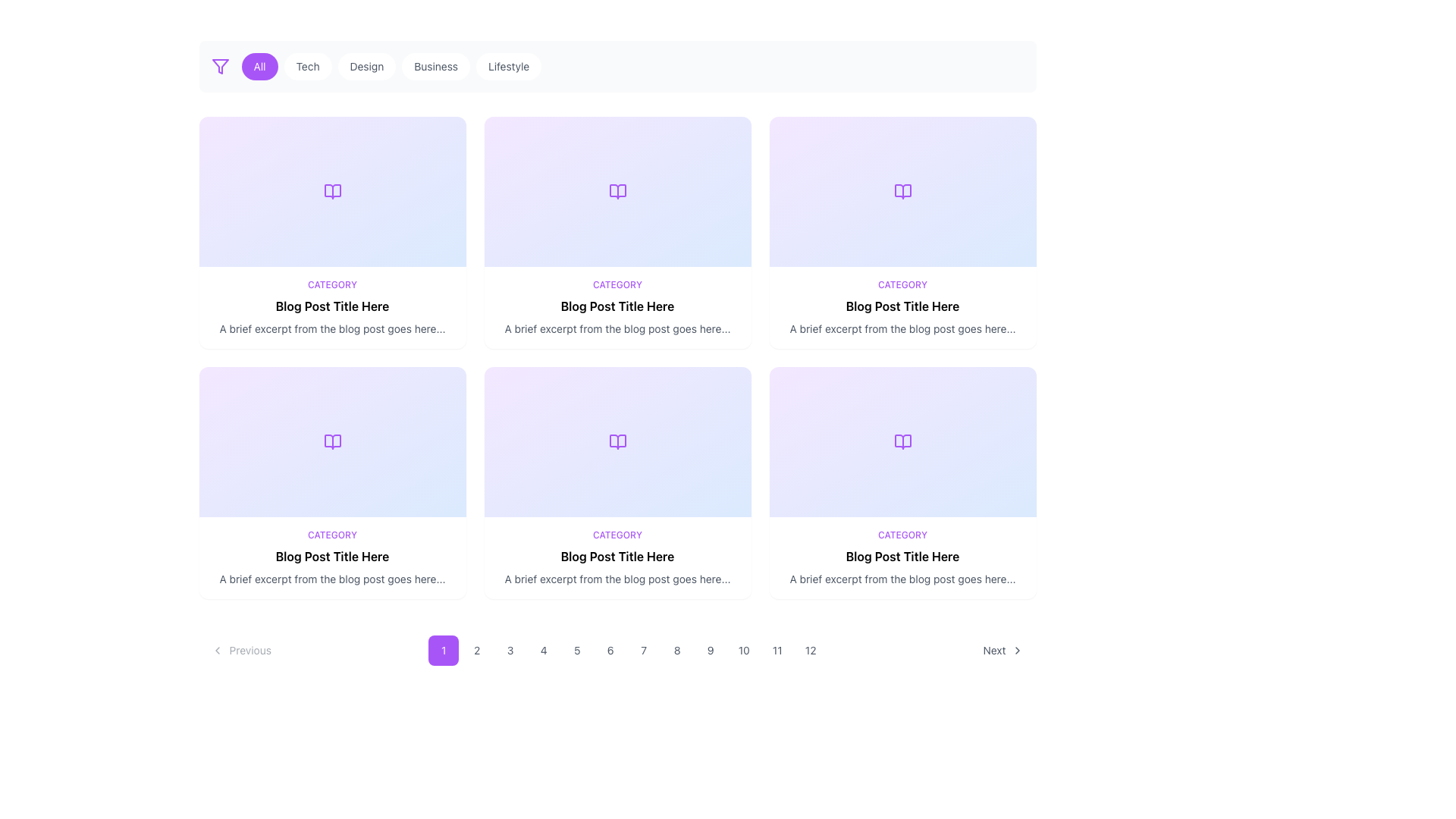 This screenshot has width=1456, height=819. Describe the element at coordinates (644, 649) in the screenshot. I see `the button labeled '7', which is a small square button with a rounded border and a light gray background, located between the '6' and '8' buttons` at that location.